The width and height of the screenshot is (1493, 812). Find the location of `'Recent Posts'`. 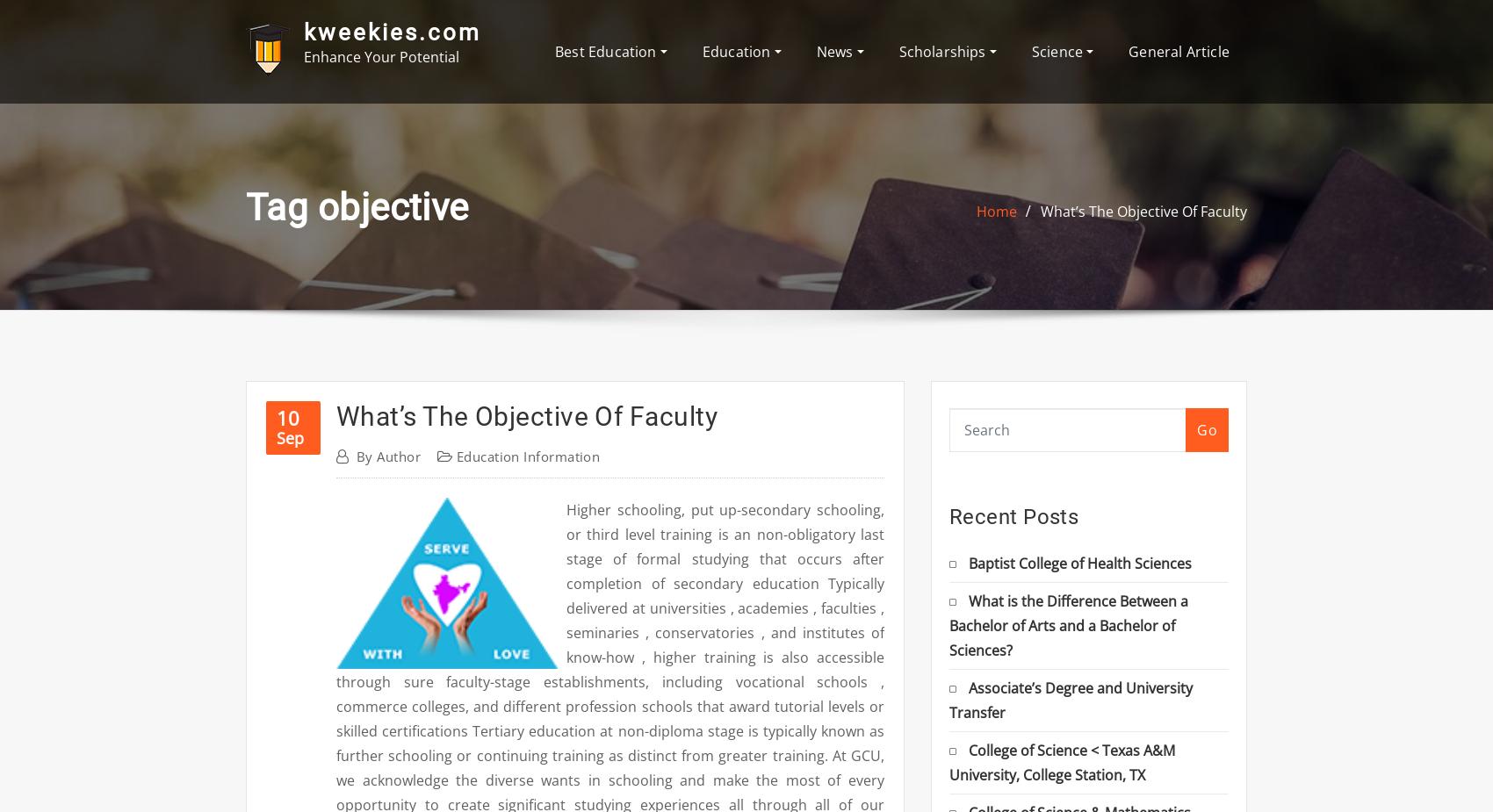

'Recent Posts' is located at coordinates (1013, 517).